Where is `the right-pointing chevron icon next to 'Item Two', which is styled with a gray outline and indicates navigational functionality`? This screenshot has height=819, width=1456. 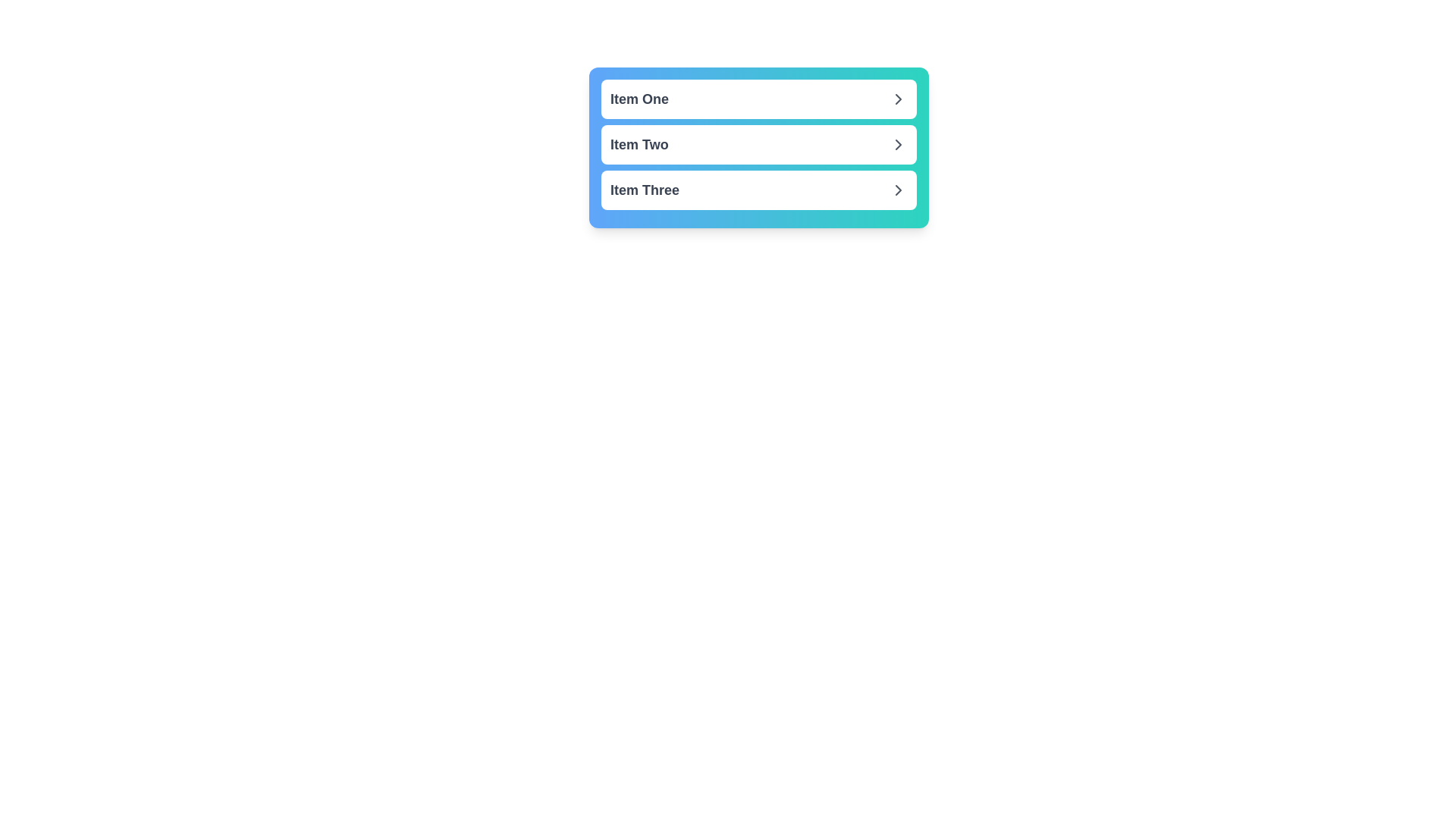 the right-pointing chevron icon next to 'Item Two', which is styled with a gray outline and indicates navigational functionality is located at coordinates (899, 145).